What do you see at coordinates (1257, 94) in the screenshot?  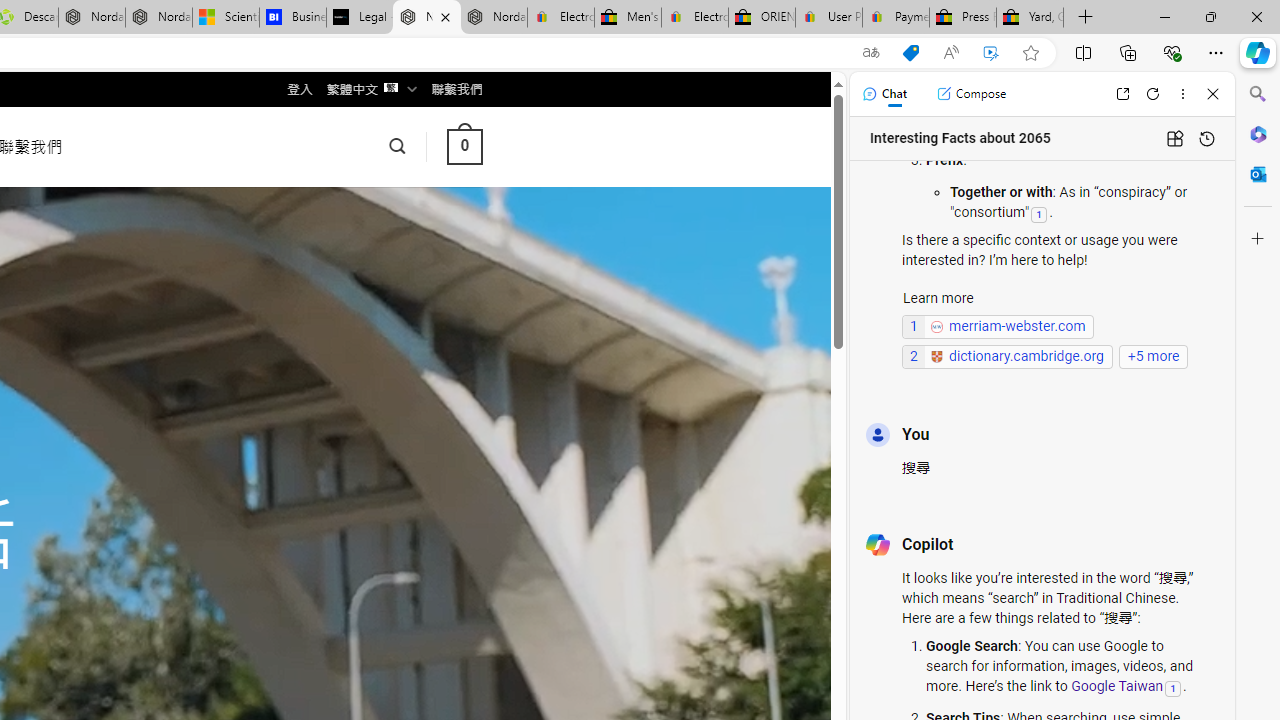 I see `'Minimize Search pane'` at bounding box center [1257, 94].